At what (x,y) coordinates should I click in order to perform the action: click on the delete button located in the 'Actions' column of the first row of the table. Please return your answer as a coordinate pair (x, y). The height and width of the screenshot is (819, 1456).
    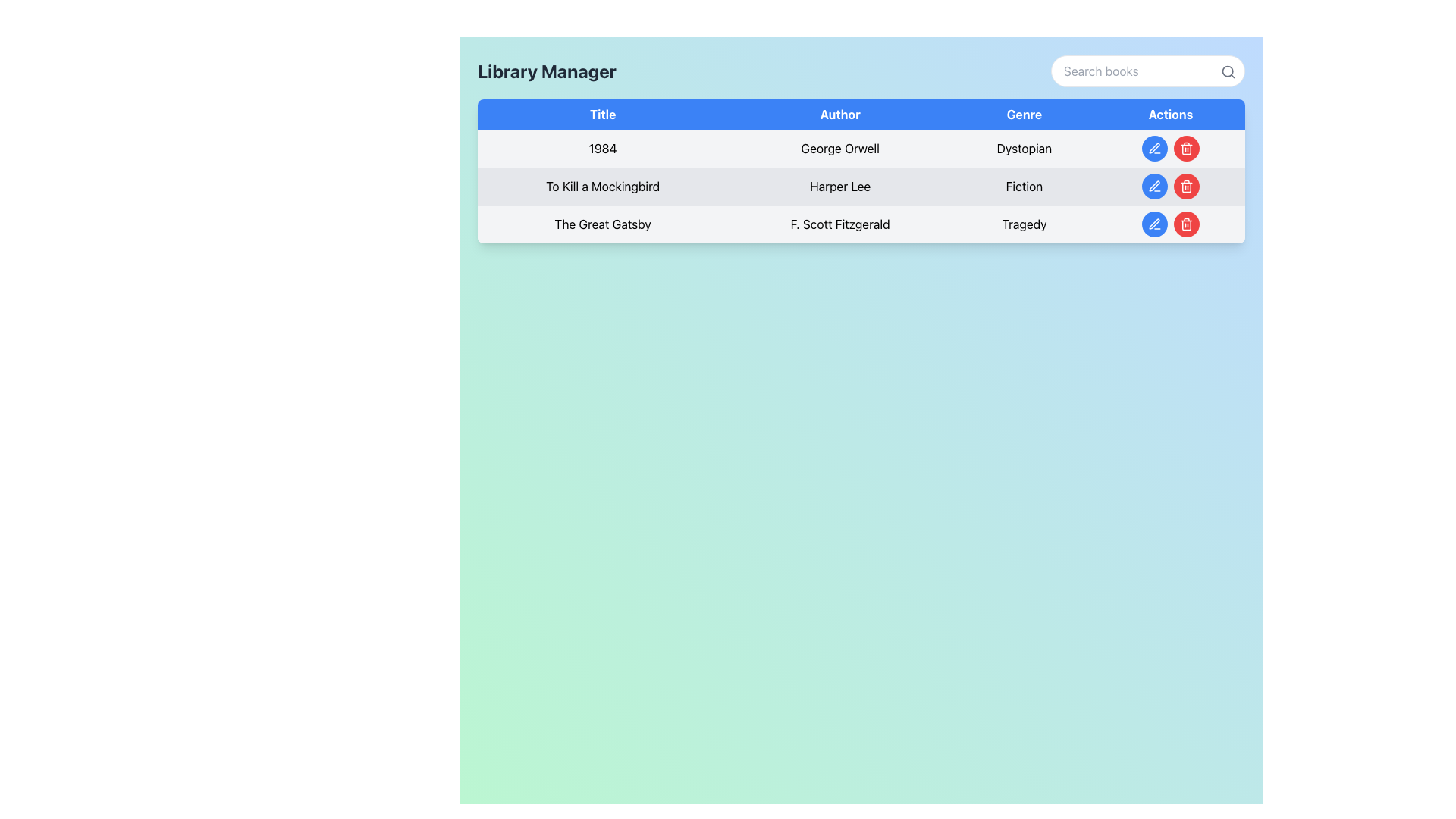
    Looking at the image, I should click on (1185, 149).